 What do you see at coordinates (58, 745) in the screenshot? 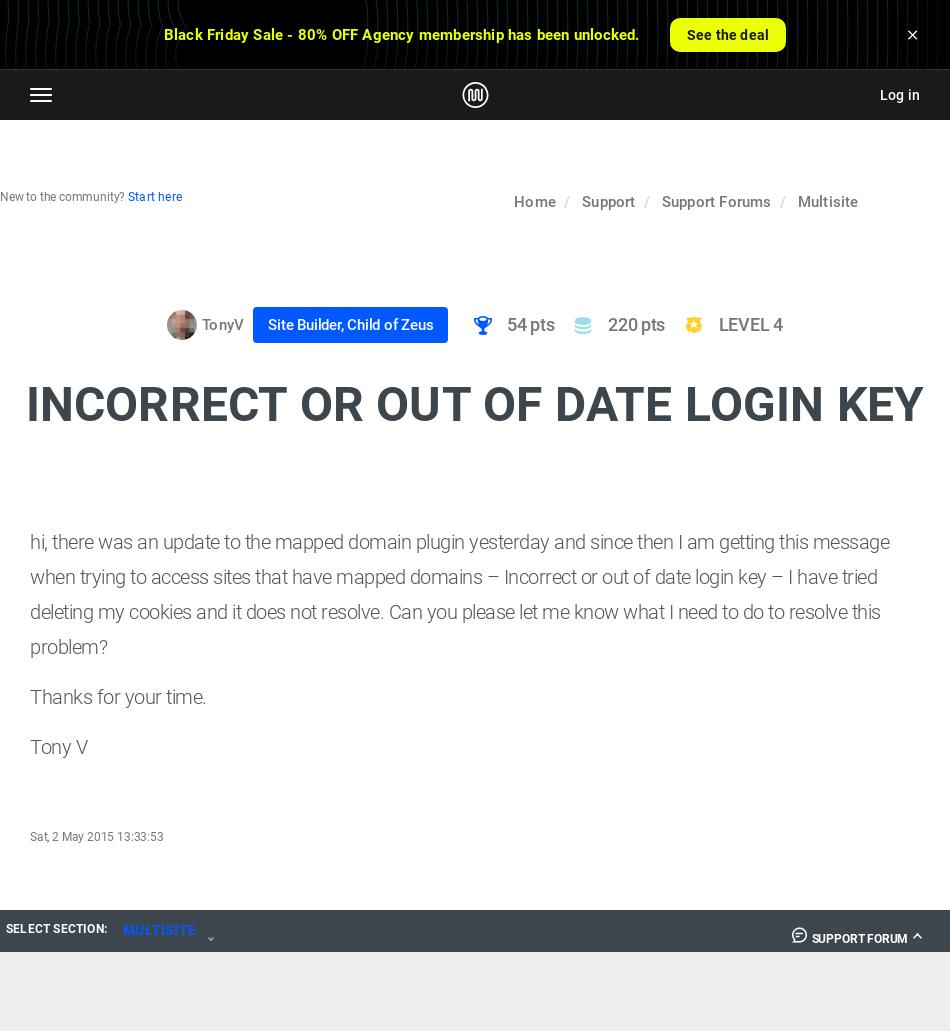
I see `'Tony V'` at bounding box center [58, 745].